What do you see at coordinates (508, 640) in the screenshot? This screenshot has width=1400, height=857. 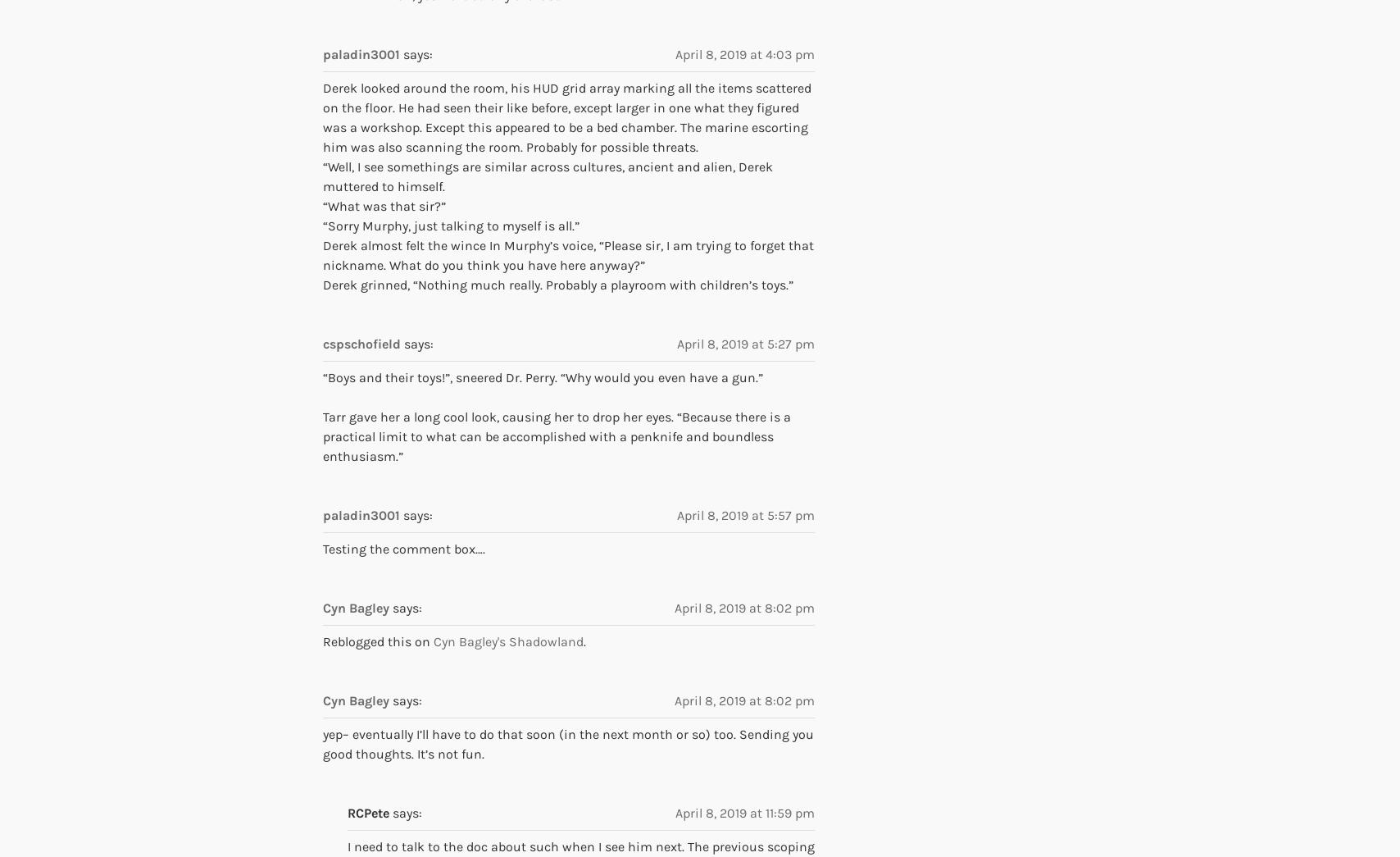 I see `'Cyn Bagley's Shadowland'` at bounding box center [508, 640].